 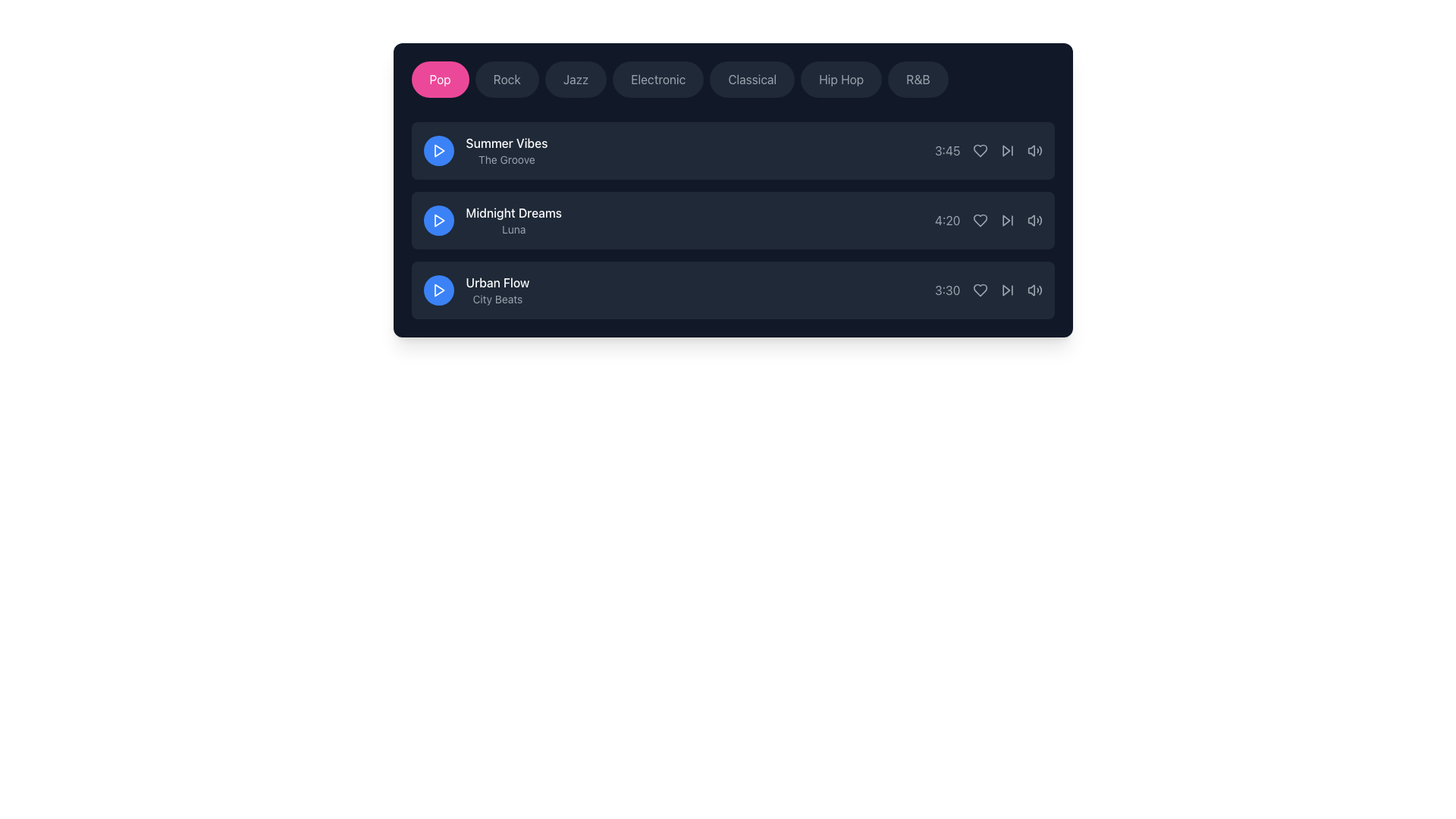 I want to click on the mute function icon of the volume control located in the top right corner of the audio track's options bar, so click(x=1031, y=151).